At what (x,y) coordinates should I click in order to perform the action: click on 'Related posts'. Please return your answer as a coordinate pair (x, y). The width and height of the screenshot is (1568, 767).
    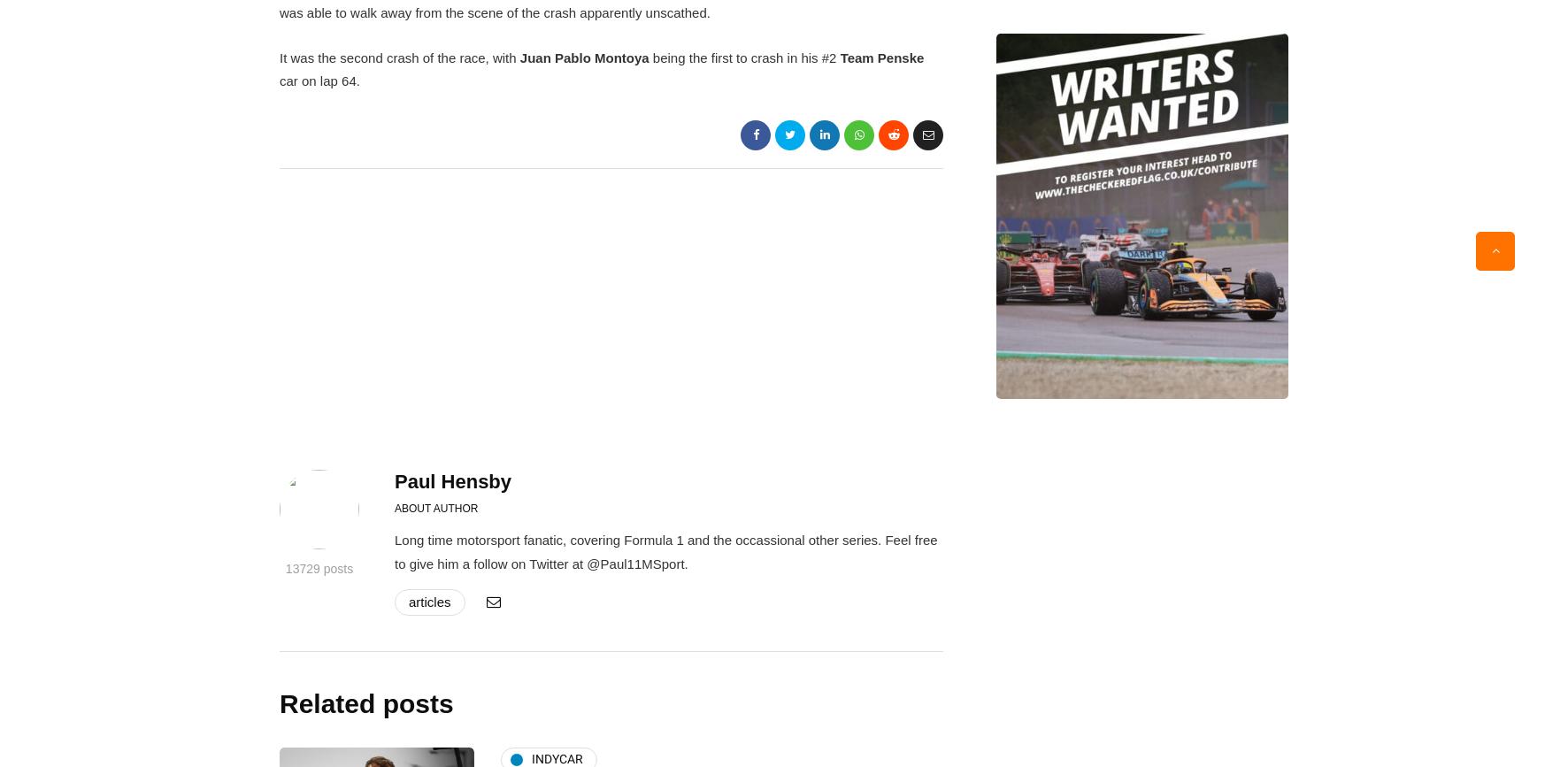
    Looking at the image, I should click on (365, 702).